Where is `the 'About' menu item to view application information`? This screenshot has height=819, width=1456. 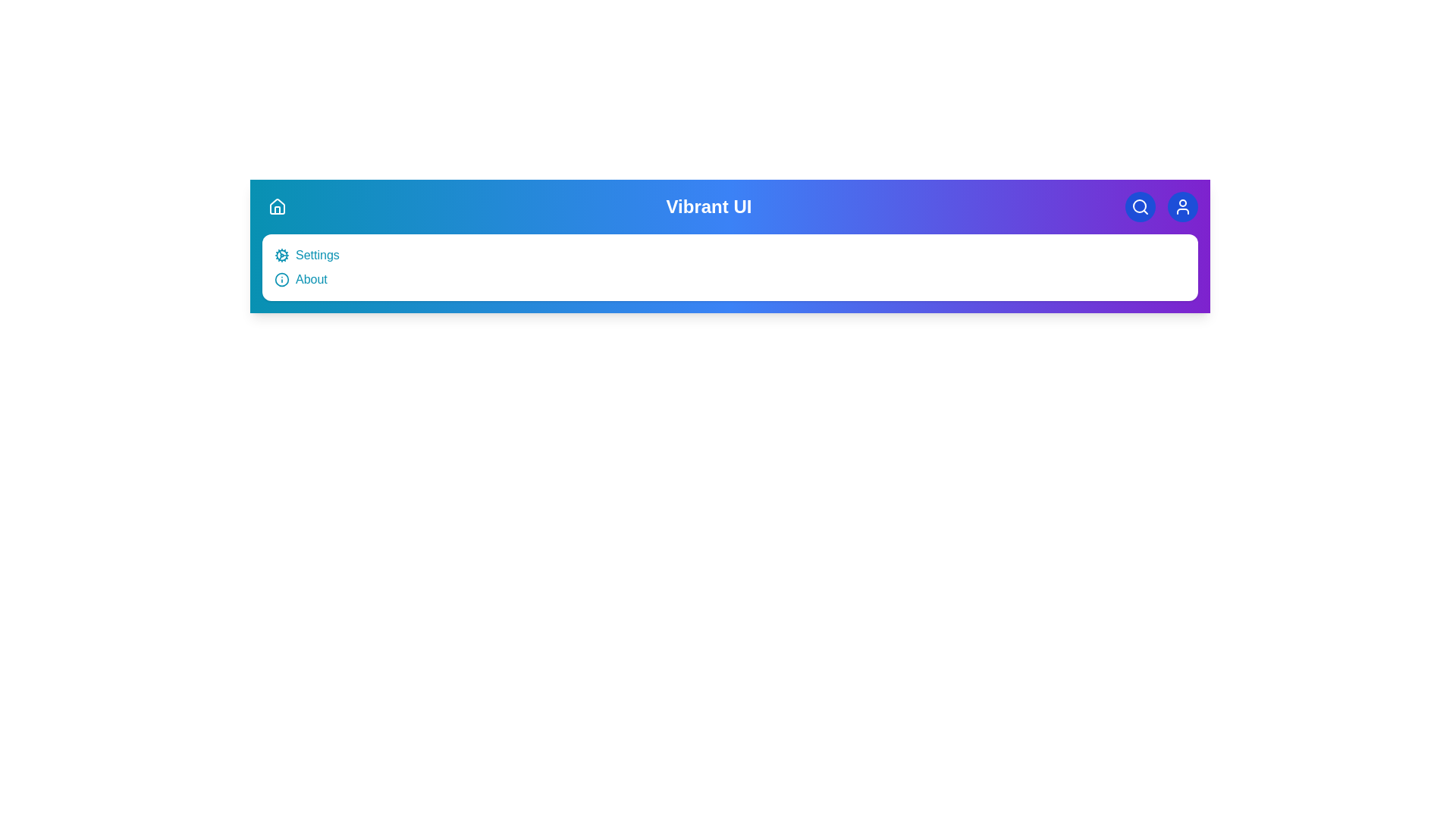 the 'About' menu item to view application information is located at coordinates (310, 280).